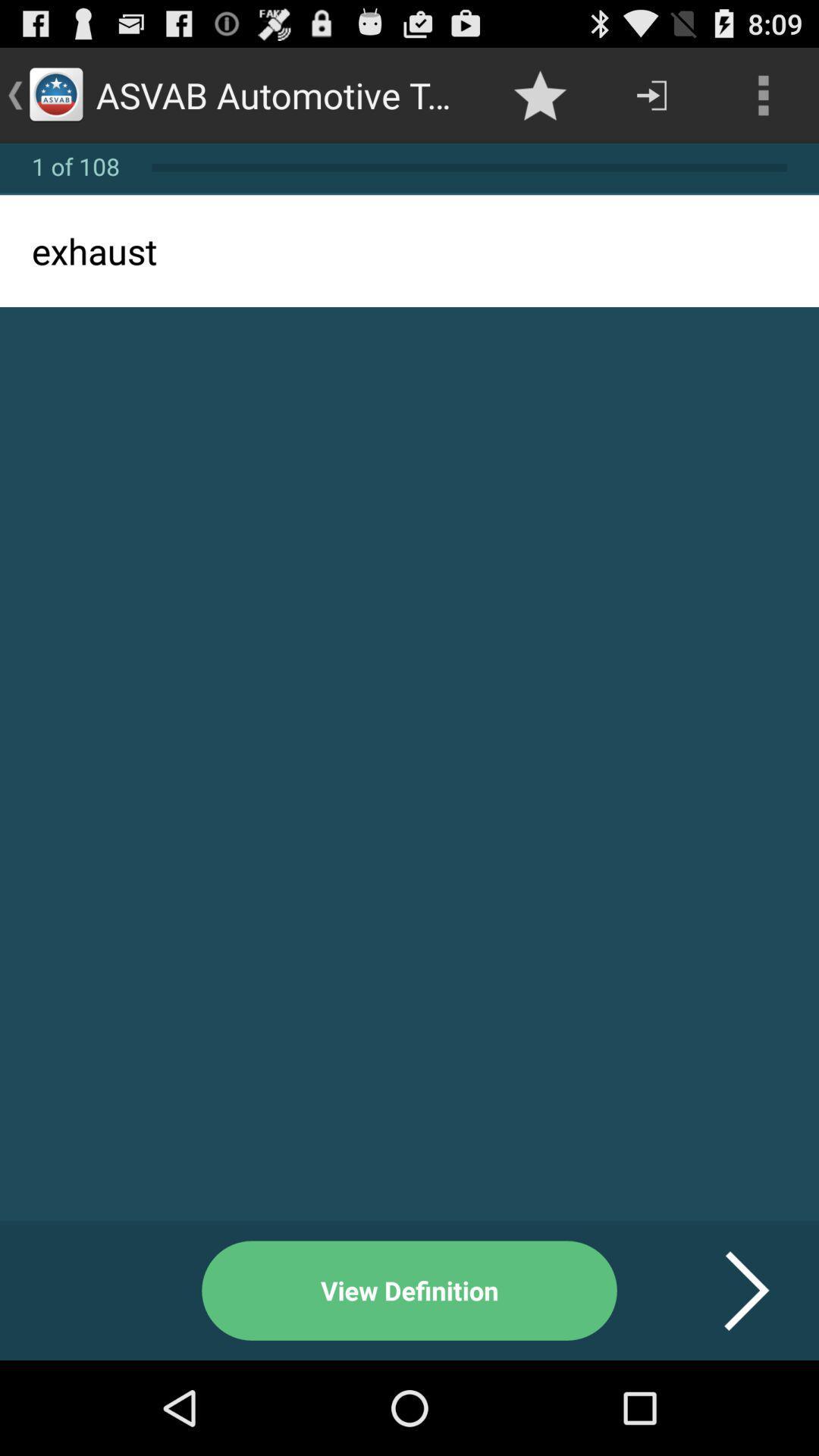 Image resolution: width=819 pixels, height=1456 pixels. I want to click on item to the right of the view definition icon, so click(727, 1290).